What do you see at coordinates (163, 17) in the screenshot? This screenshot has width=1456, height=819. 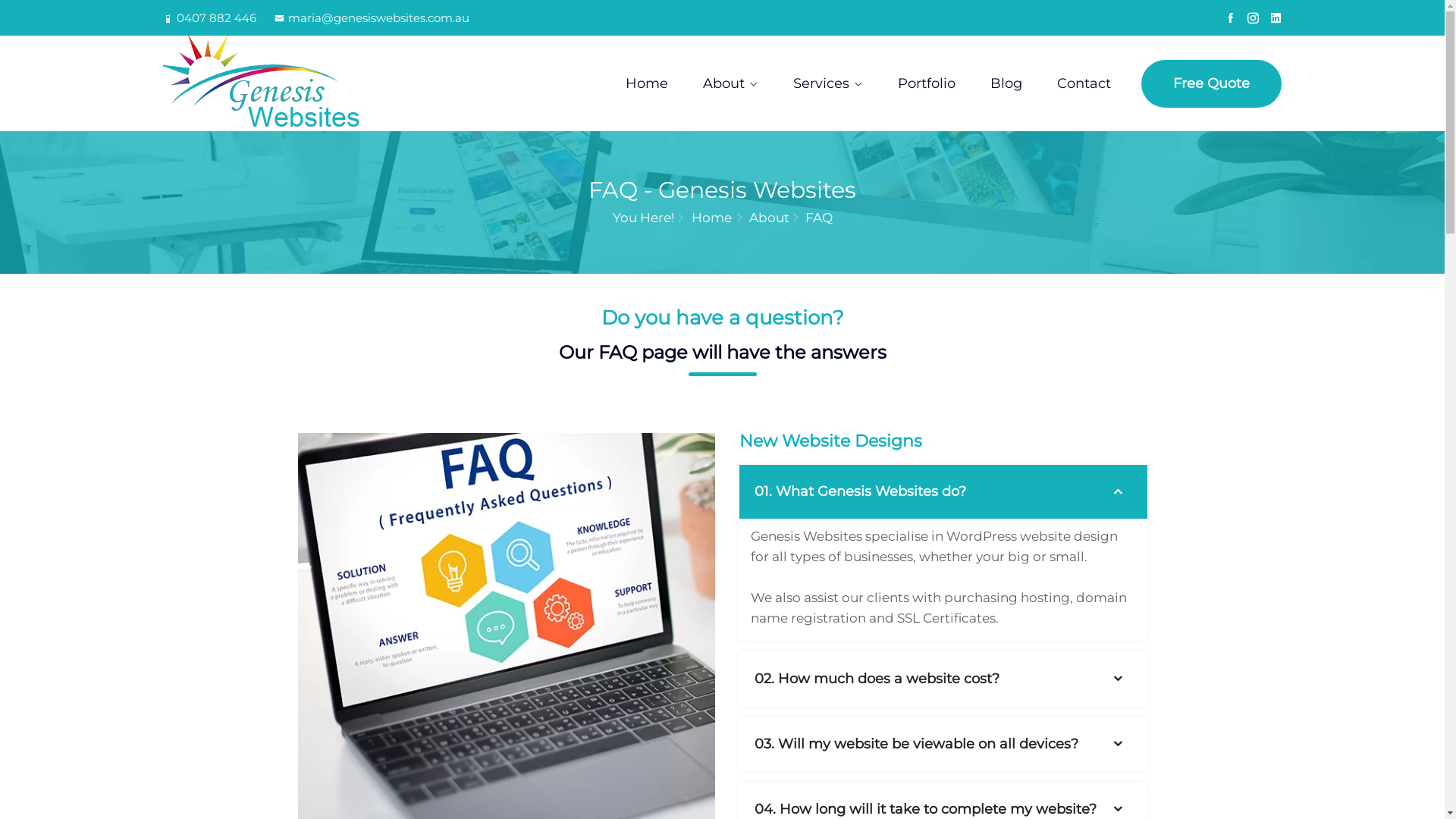 I see `'0407 882 446'` at bounding box center [163, 17].